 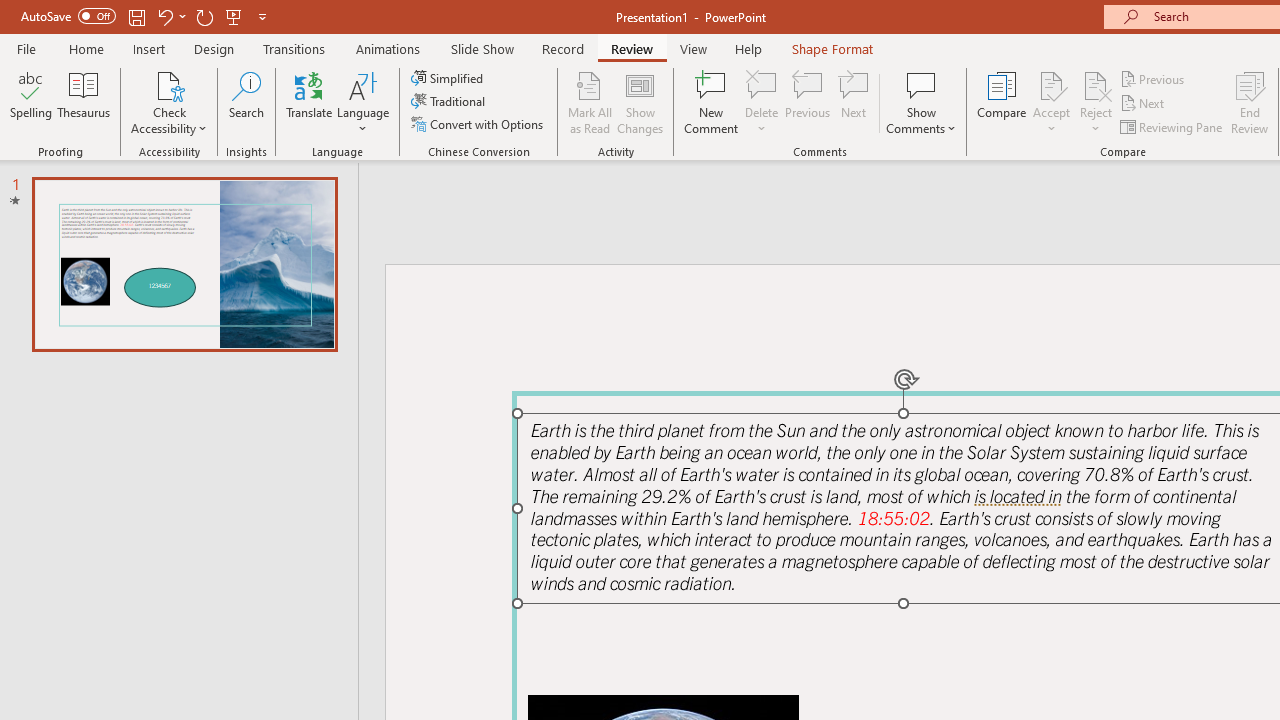 I want to click on 'Delete', so click(x=761, y=84).